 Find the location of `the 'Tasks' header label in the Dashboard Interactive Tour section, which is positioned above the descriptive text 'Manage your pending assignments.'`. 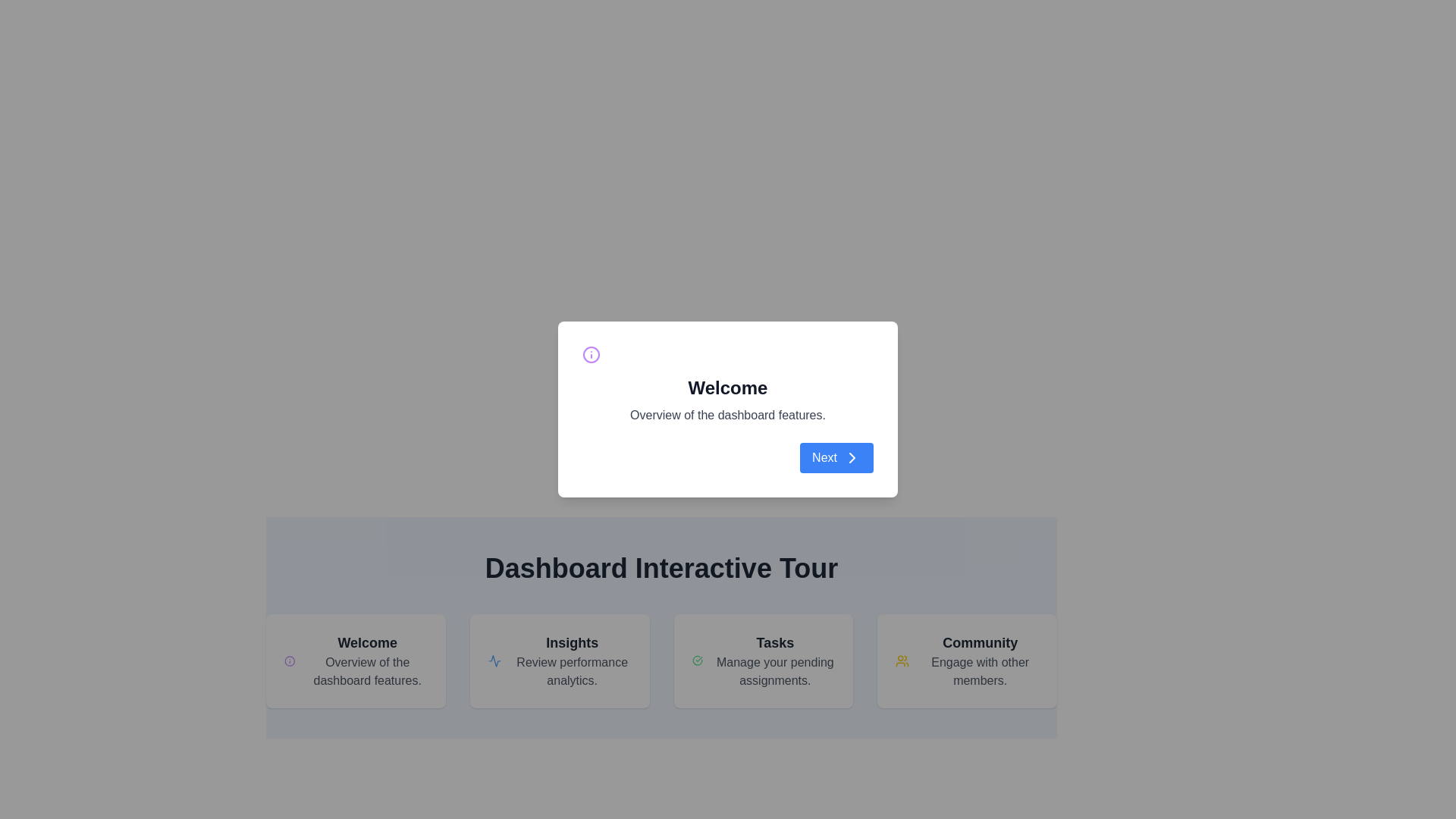

the 'Tasks' header label in the Dashboard Interactive Tour section, which is positioned above the descriptive text 'Manage your pending assignments.' is located at coordinates (775, 643).